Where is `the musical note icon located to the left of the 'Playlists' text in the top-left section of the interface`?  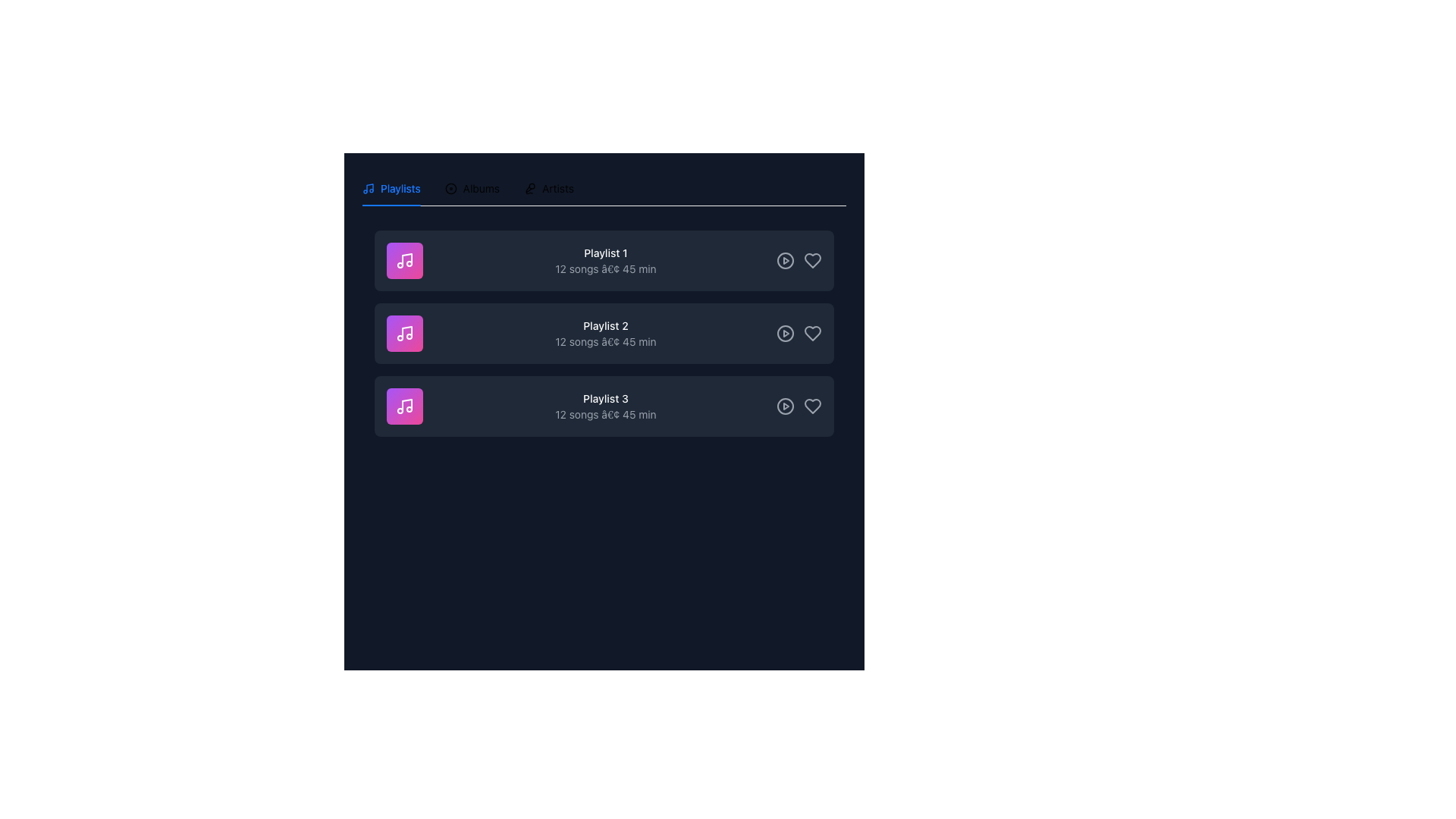
the musical note icon located to the left of the 'Playlists' text in the top-left section of the interface is located at coordinates (368, 188).